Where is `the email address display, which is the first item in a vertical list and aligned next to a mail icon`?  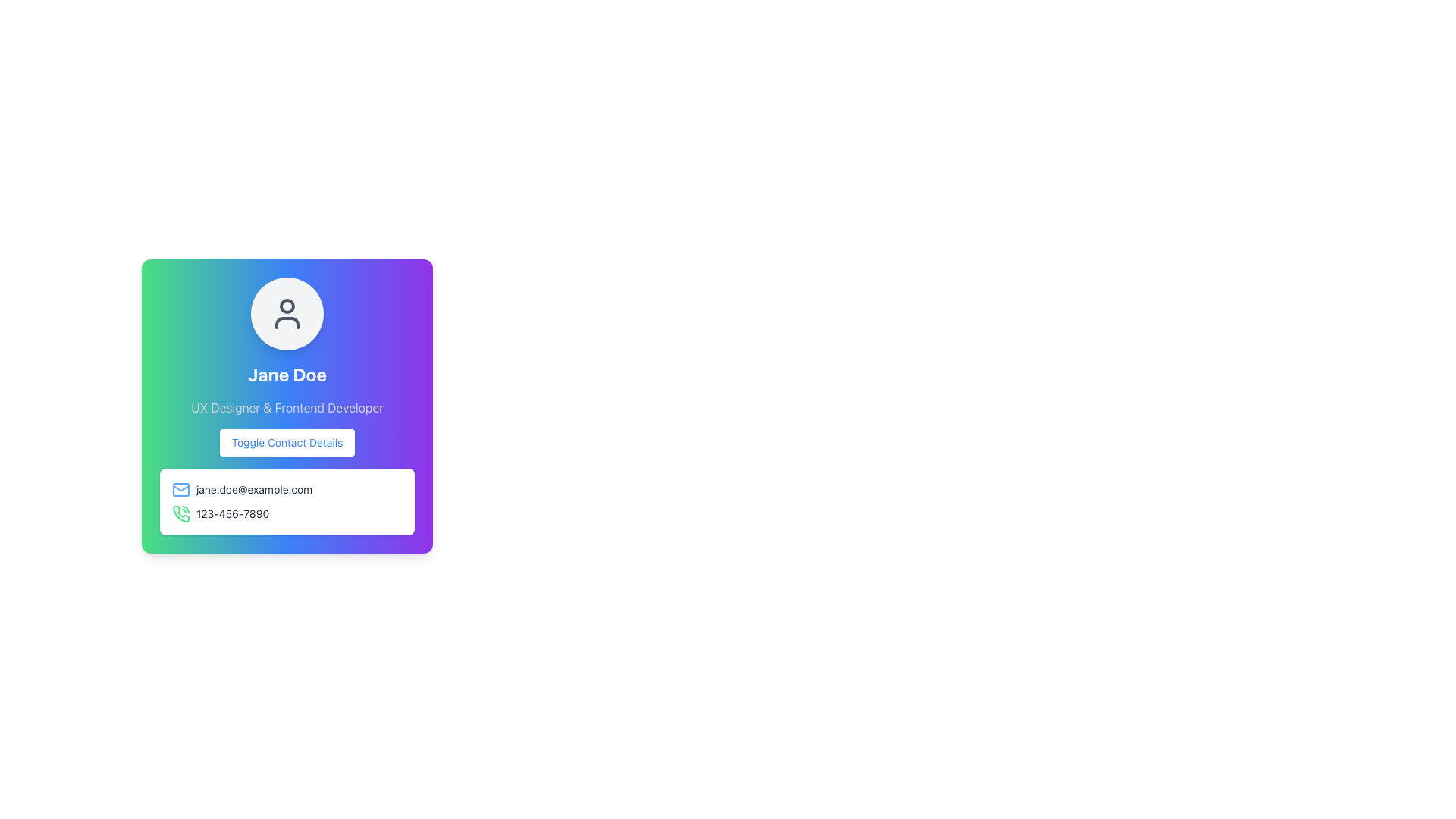
the email address display, which is the first item in a vertical list and aligned next to a mail icon is located at coordinates (287, 489).